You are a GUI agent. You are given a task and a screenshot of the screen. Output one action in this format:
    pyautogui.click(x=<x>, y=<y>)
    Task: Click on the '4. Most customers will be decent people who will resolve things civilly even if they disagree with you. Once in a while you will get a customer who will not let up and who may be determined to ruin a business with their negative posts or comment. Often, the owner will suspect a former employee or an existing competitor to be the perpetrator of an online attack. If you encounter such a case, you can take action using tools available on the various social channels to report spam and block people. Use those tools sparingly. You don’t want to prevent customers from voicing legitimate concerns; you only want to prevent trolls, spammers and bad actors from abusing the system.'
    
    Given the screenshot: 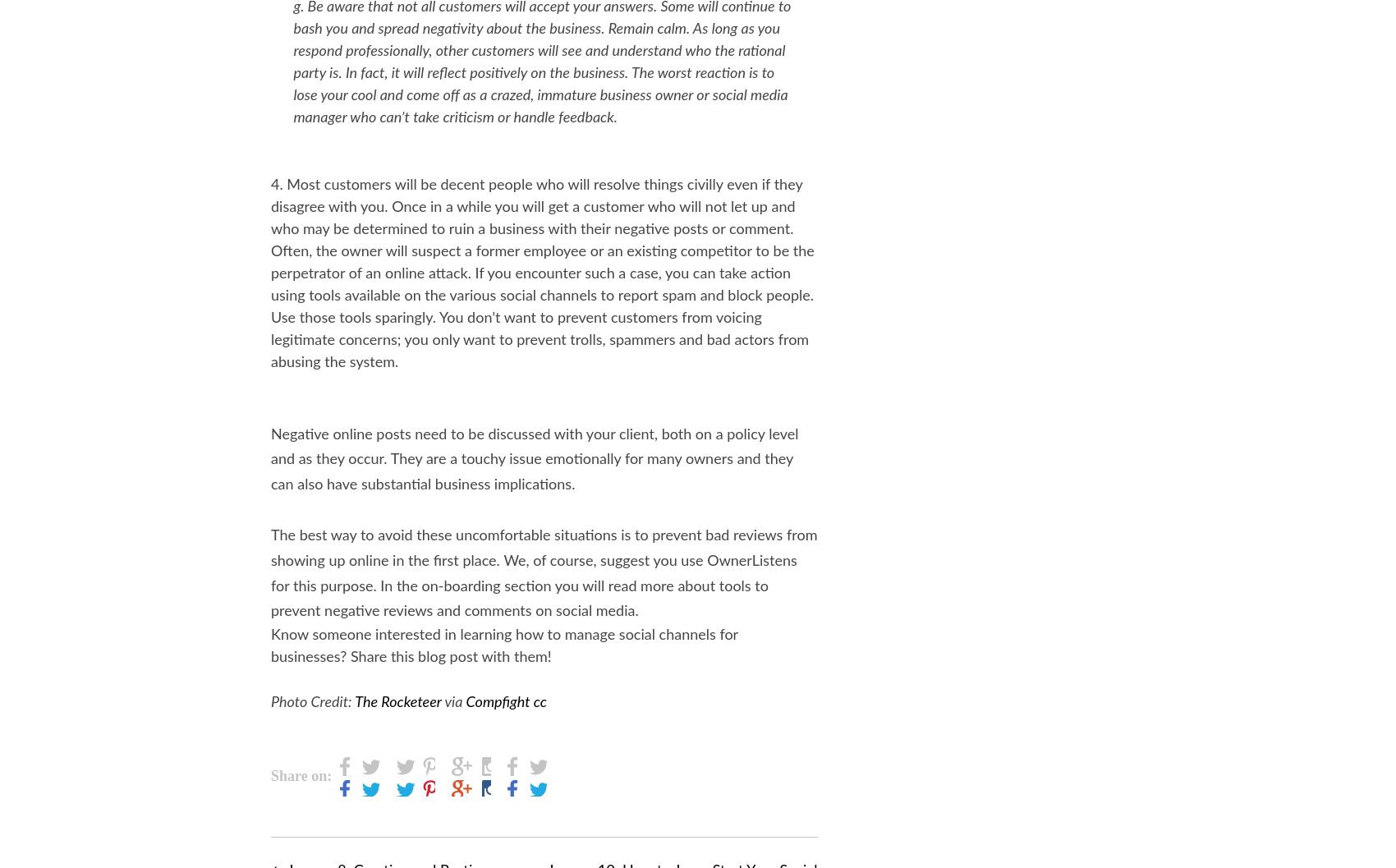 What is the action you would take?
    pyautogui.click(x=542, y=273)
    